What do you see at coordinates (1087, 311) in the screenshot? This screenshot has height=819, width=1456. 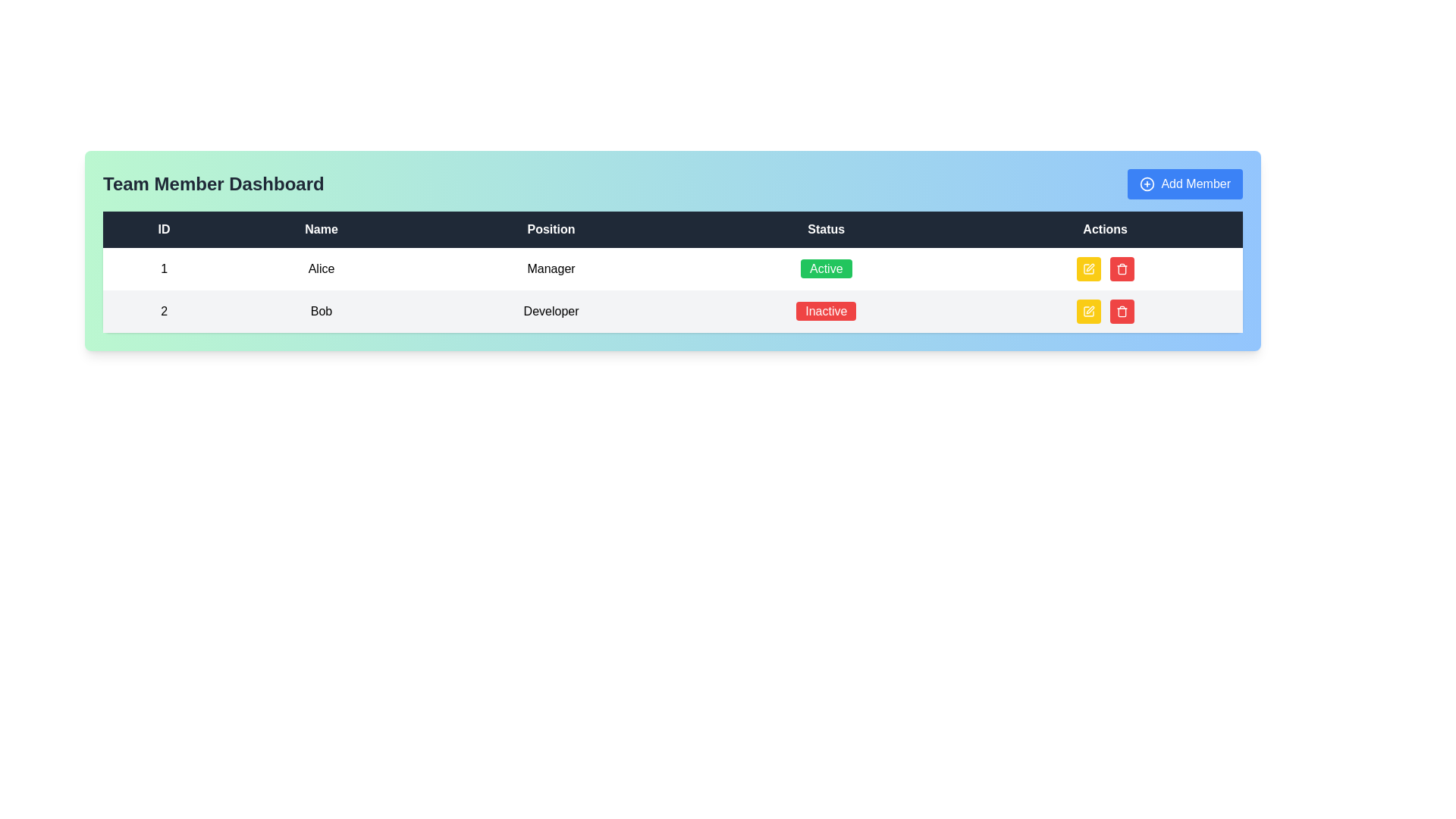 I see `the small yellow button with rounded corners containing a white pencil icon in the 'Actions' column of the second row for 'Bob'` at bounding box center [1087, 311].